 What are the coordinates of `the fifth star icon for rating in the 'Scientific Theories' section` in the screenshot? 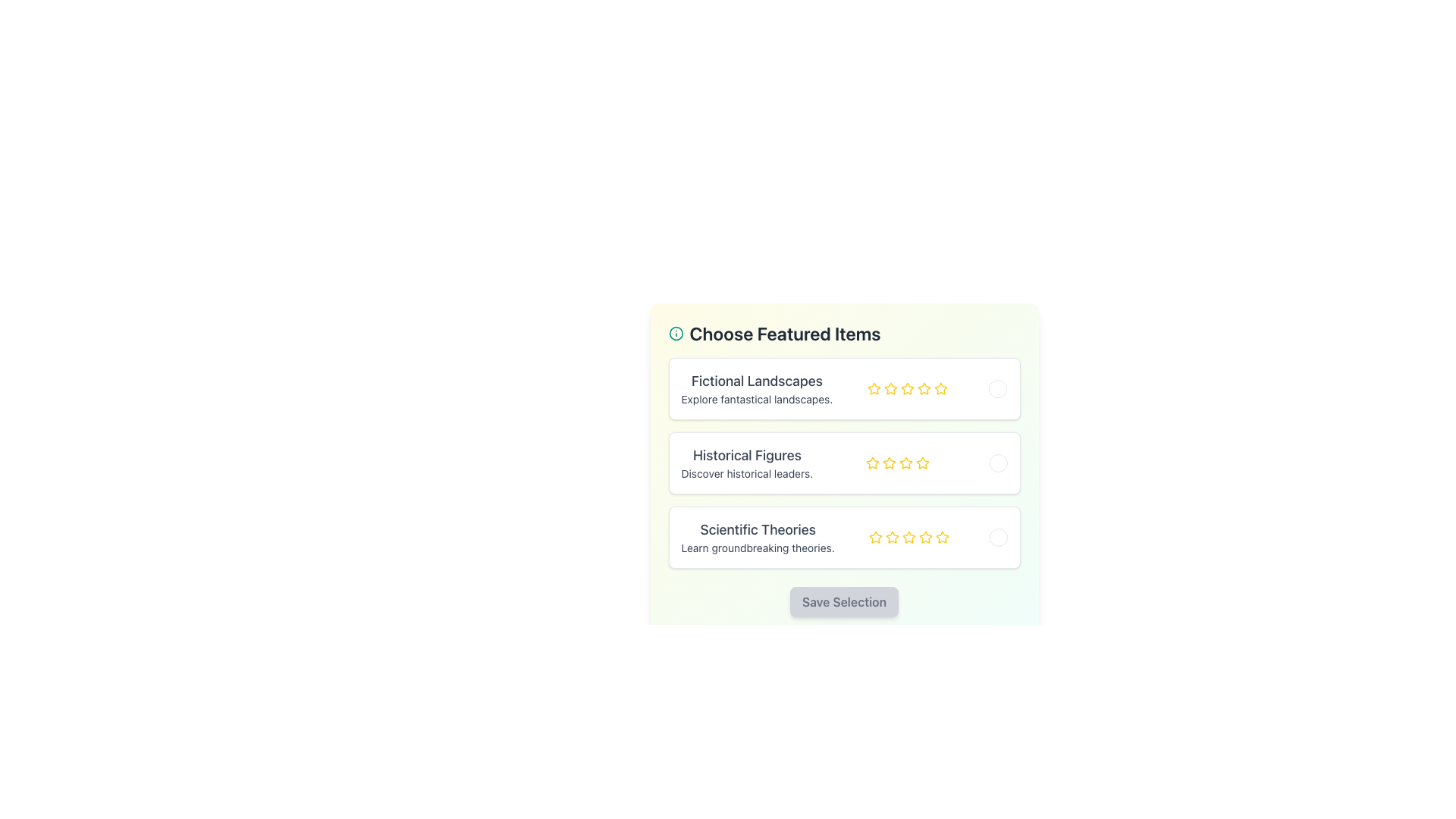 It's located at (941, 536).